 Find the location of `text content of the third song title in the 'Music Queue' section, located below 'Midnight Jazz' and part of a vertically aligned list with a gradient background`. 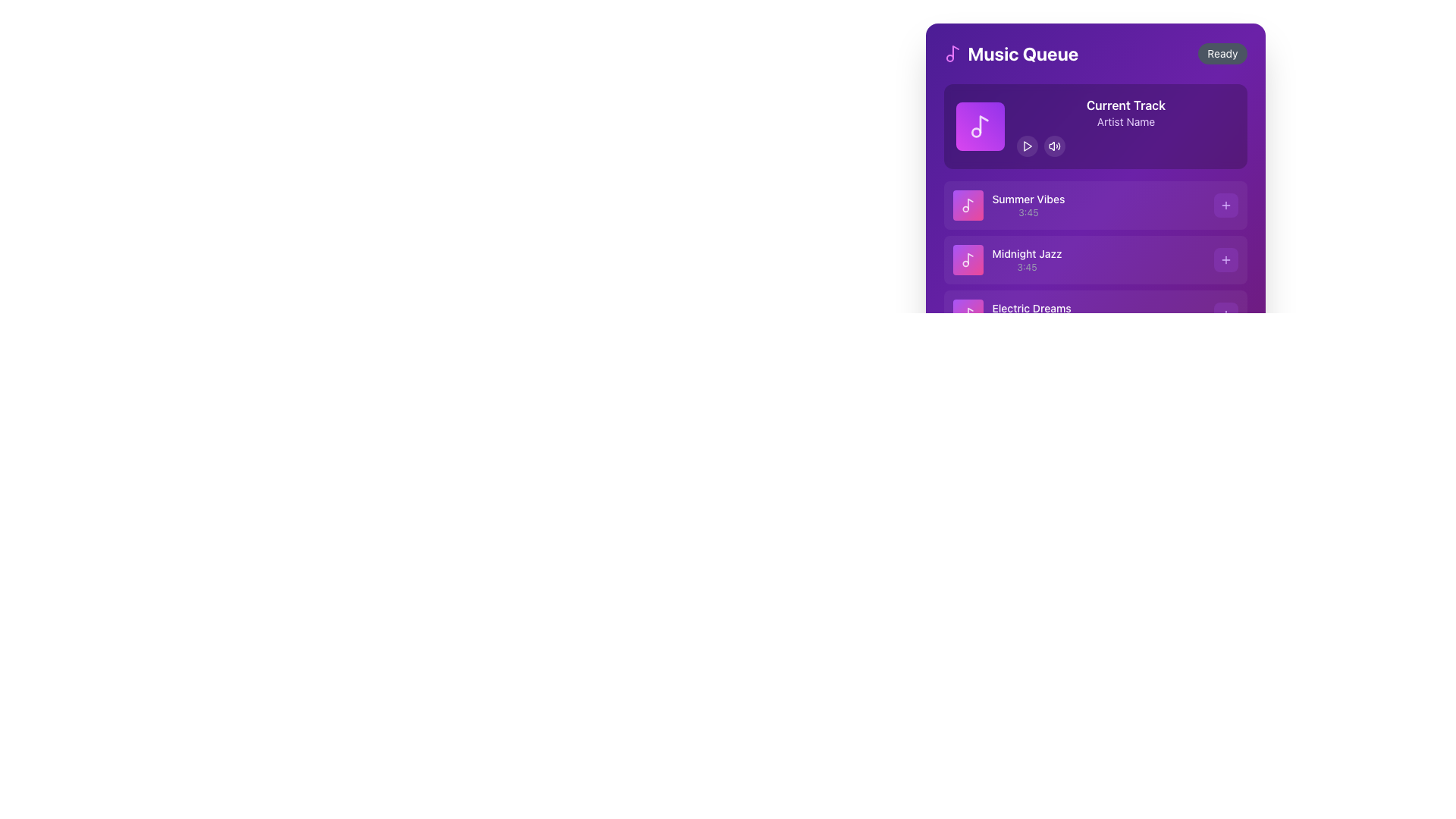

text content of the third song title in the 'Music Queue' section, located below 'Midnight Jazz' and part of a vertically aligned list with a gradient background is located at coordinates (1031, 314).